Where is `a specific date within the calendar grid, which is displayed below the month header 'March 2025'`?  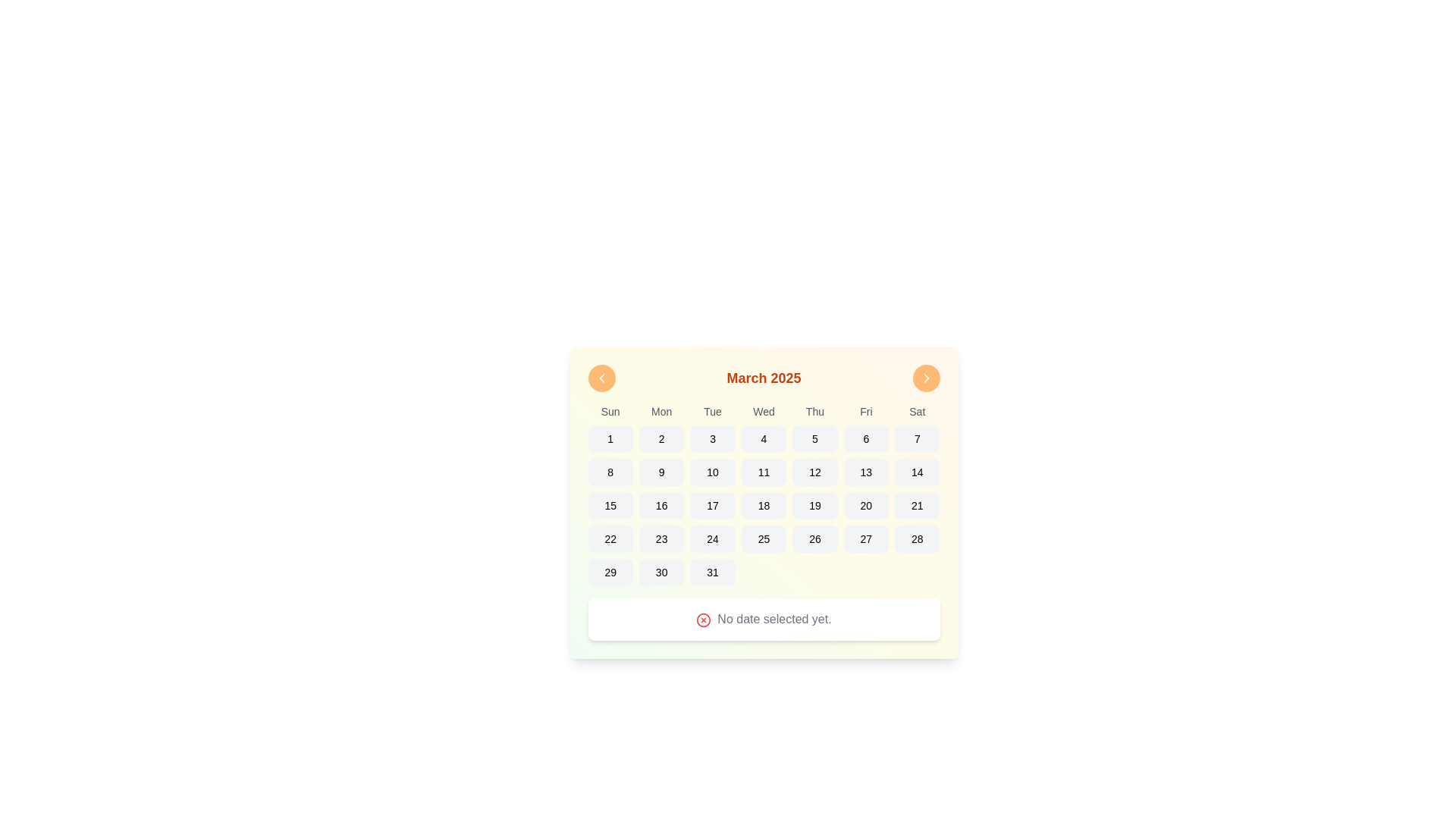 a specific date within the calendar grid, which is displayed below the month header 'March 2025' is located at coordinates (764, 494).